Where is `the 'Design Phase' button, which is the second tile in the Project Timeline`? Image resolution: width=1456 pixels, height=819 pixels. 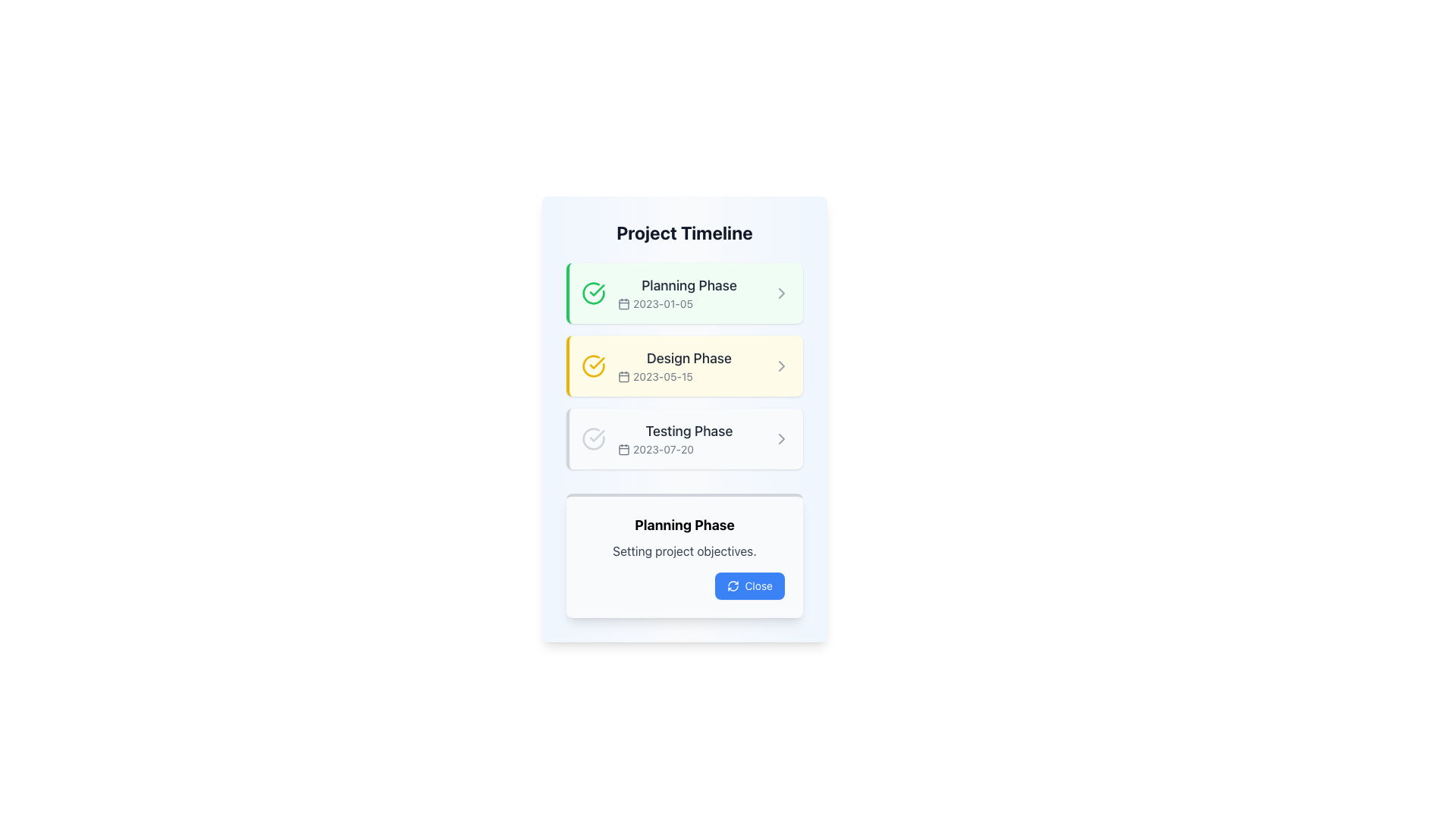
the 'Design Phase' button, which is the second tile in the Project Timeline is located at coordinates (683, 366).